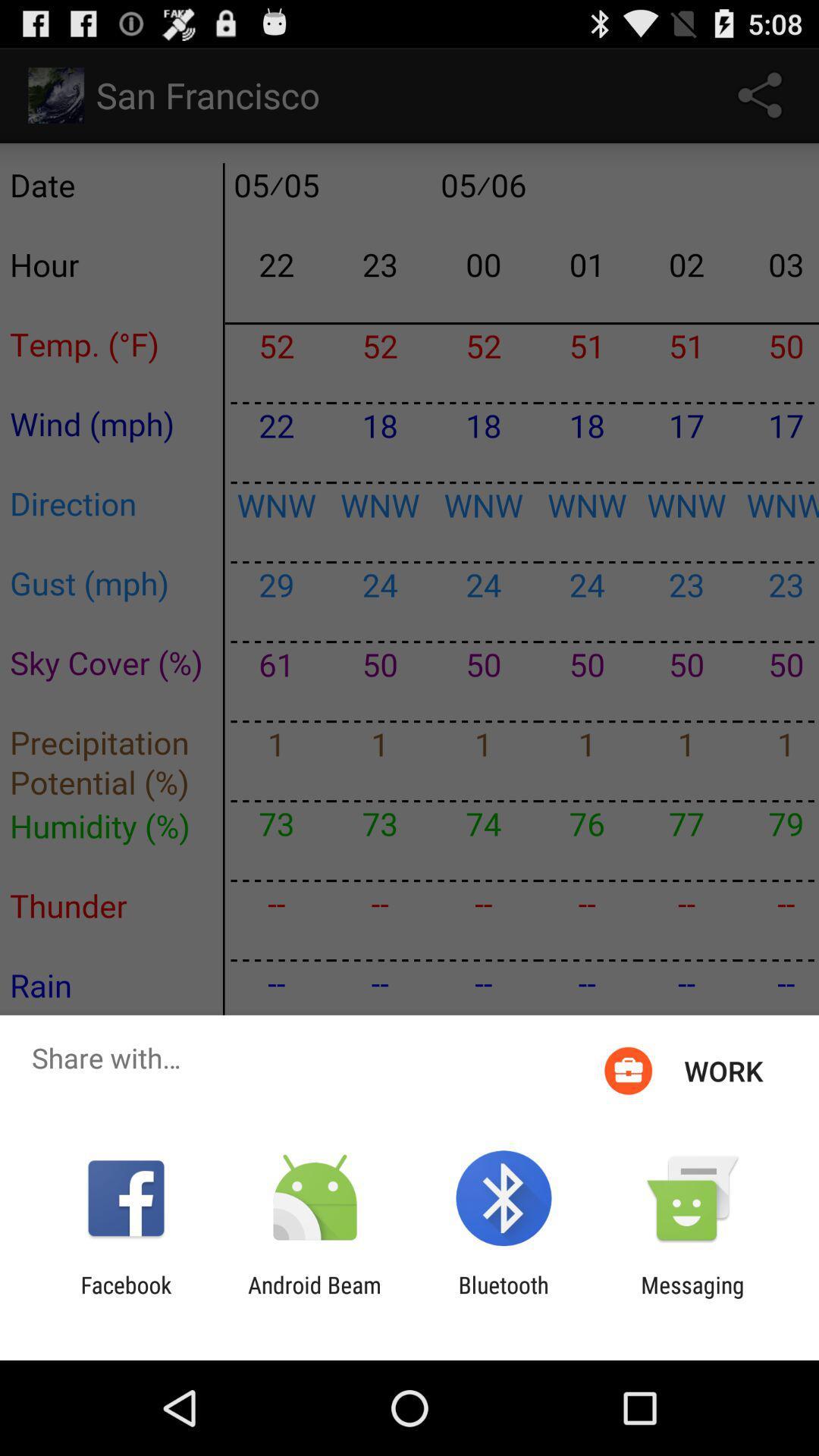 This screenshot has height=1456, width=819. I want to click on the icon next to bluetooth app, so click(314, 1298).